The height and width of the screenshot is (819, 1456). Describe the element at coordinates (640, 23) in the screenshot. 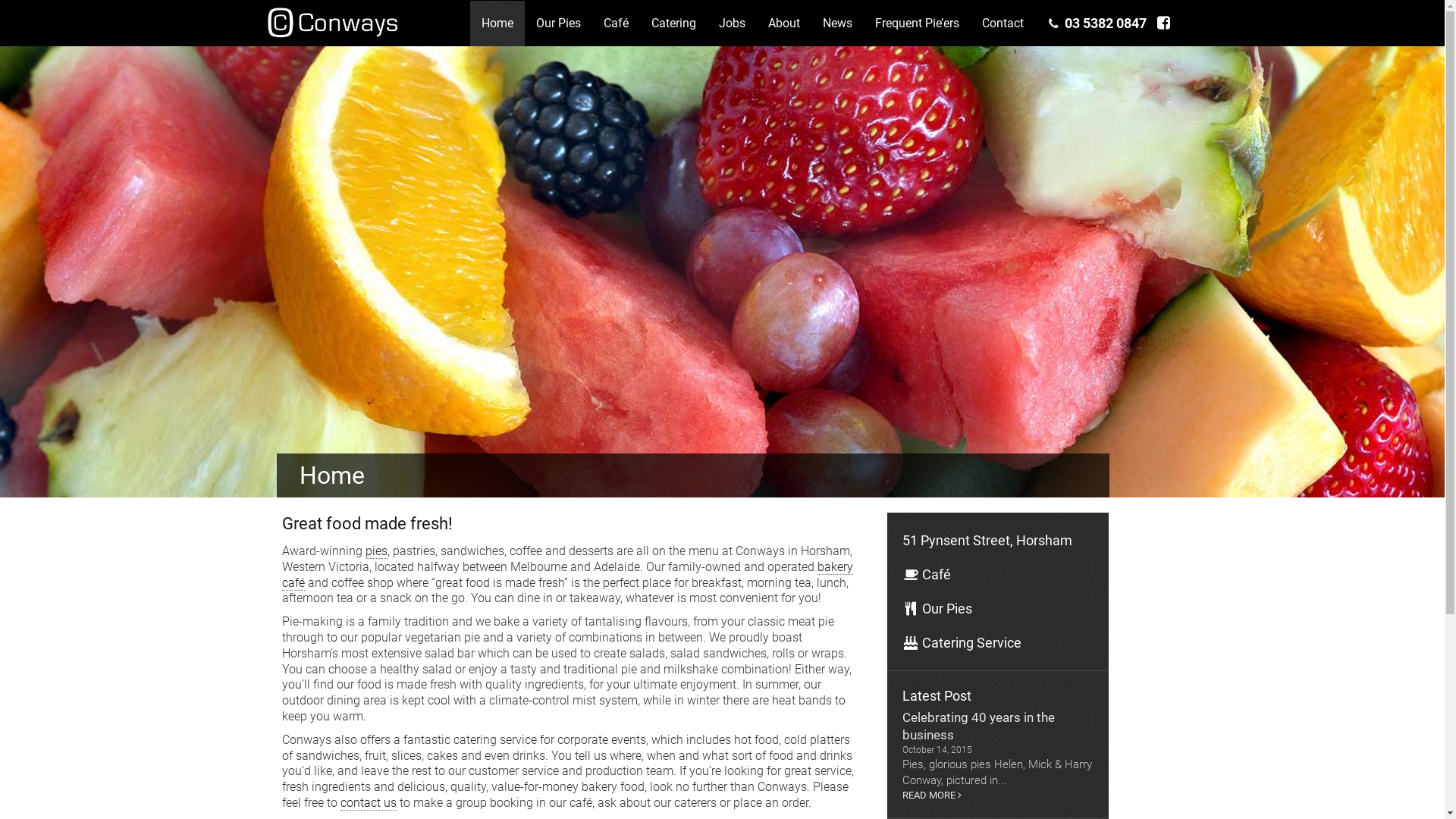

I see `'Catering'` at that location.